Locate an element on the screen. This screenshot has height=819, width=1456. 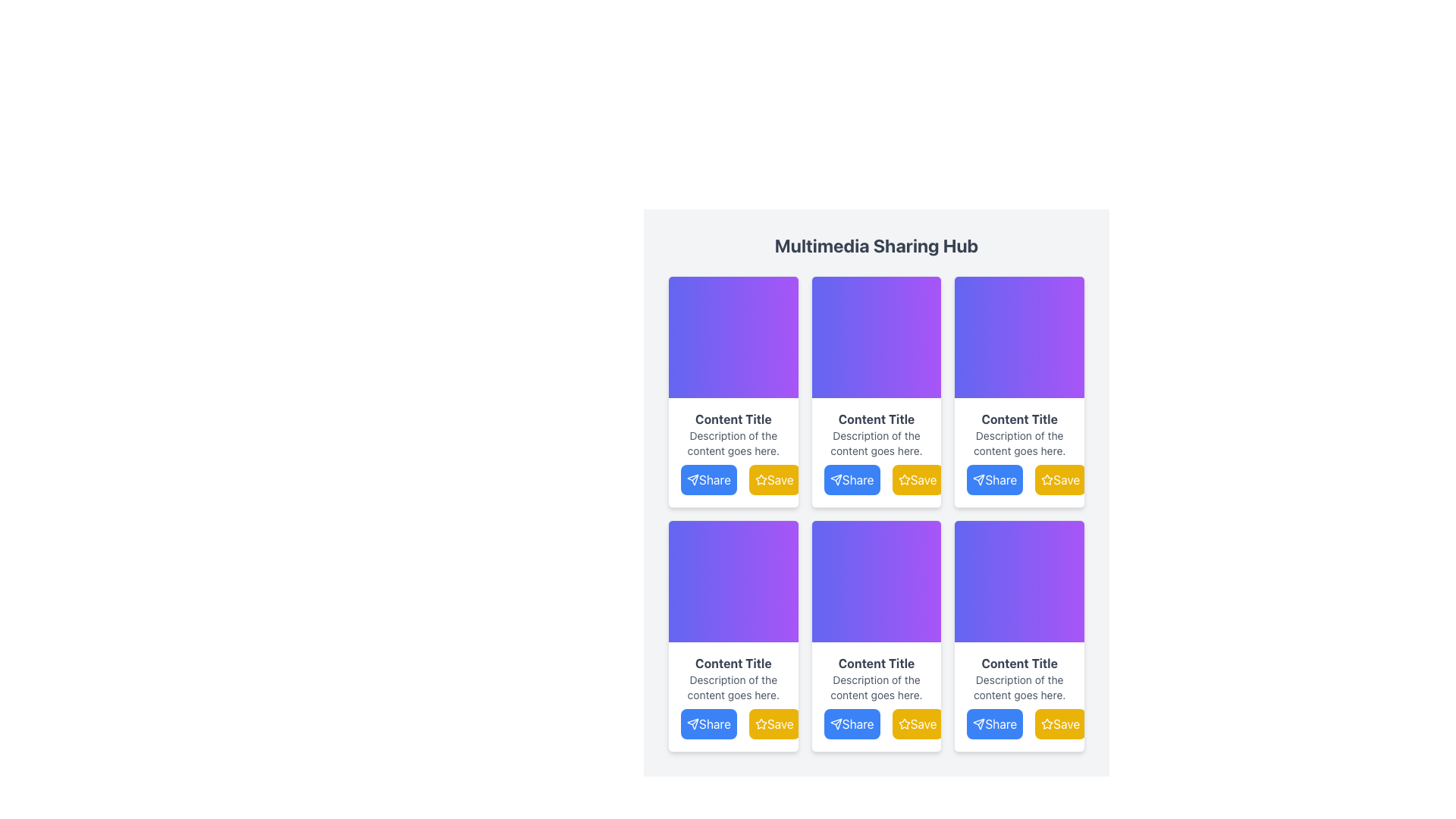
the 'Send' icon resembling a paper airplane located in the bottom left corner of the content card is located at coordinates (979, 722).